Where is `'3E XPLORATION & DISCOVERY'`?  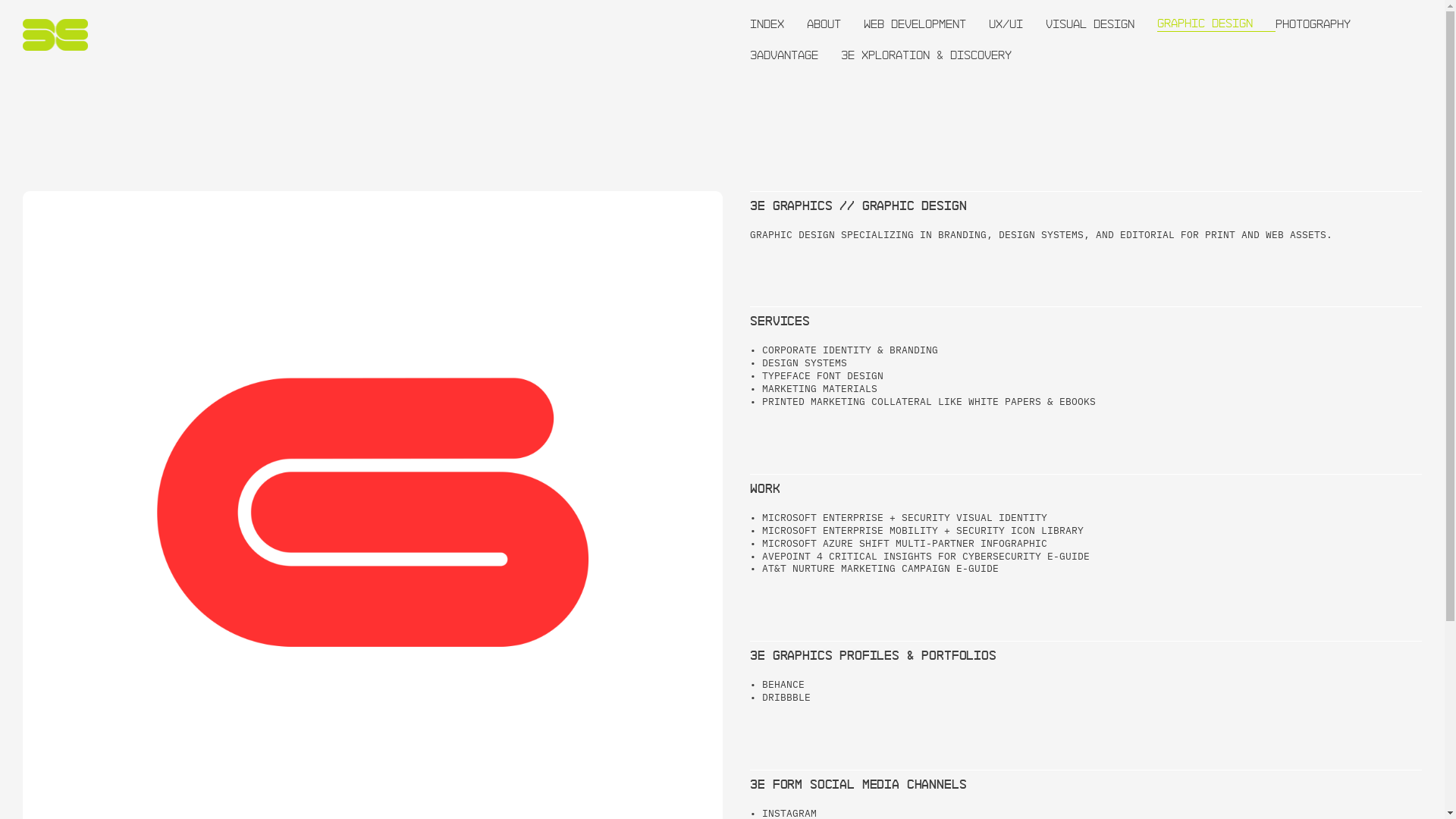
'3E XPLORATION & DISCOVERY' is located at coordinates (937, 46).